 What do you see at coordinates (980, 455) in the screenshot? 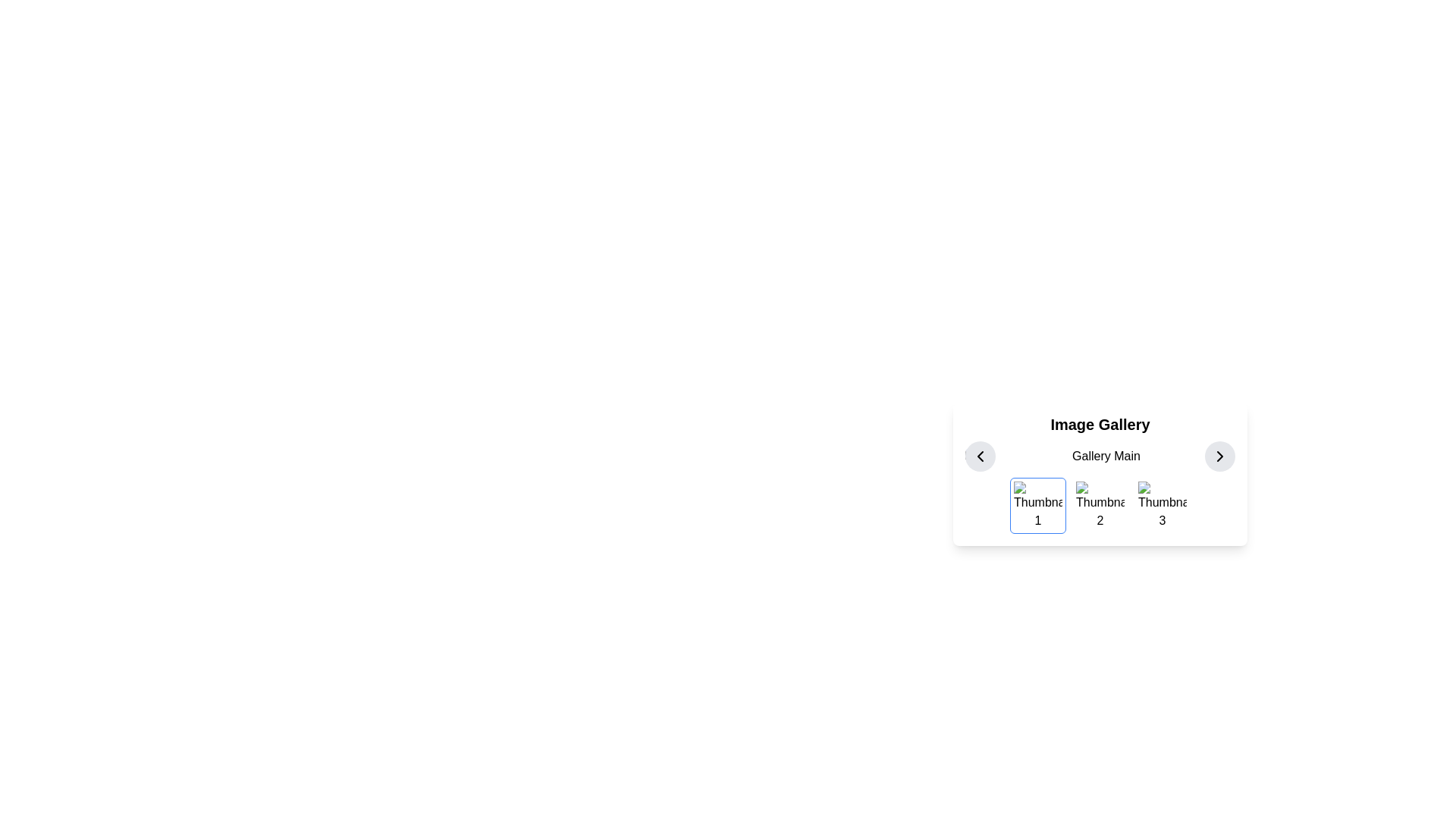
I see `the previous navigation button in the gallery to change its background color` at bounding box center [980, 455].